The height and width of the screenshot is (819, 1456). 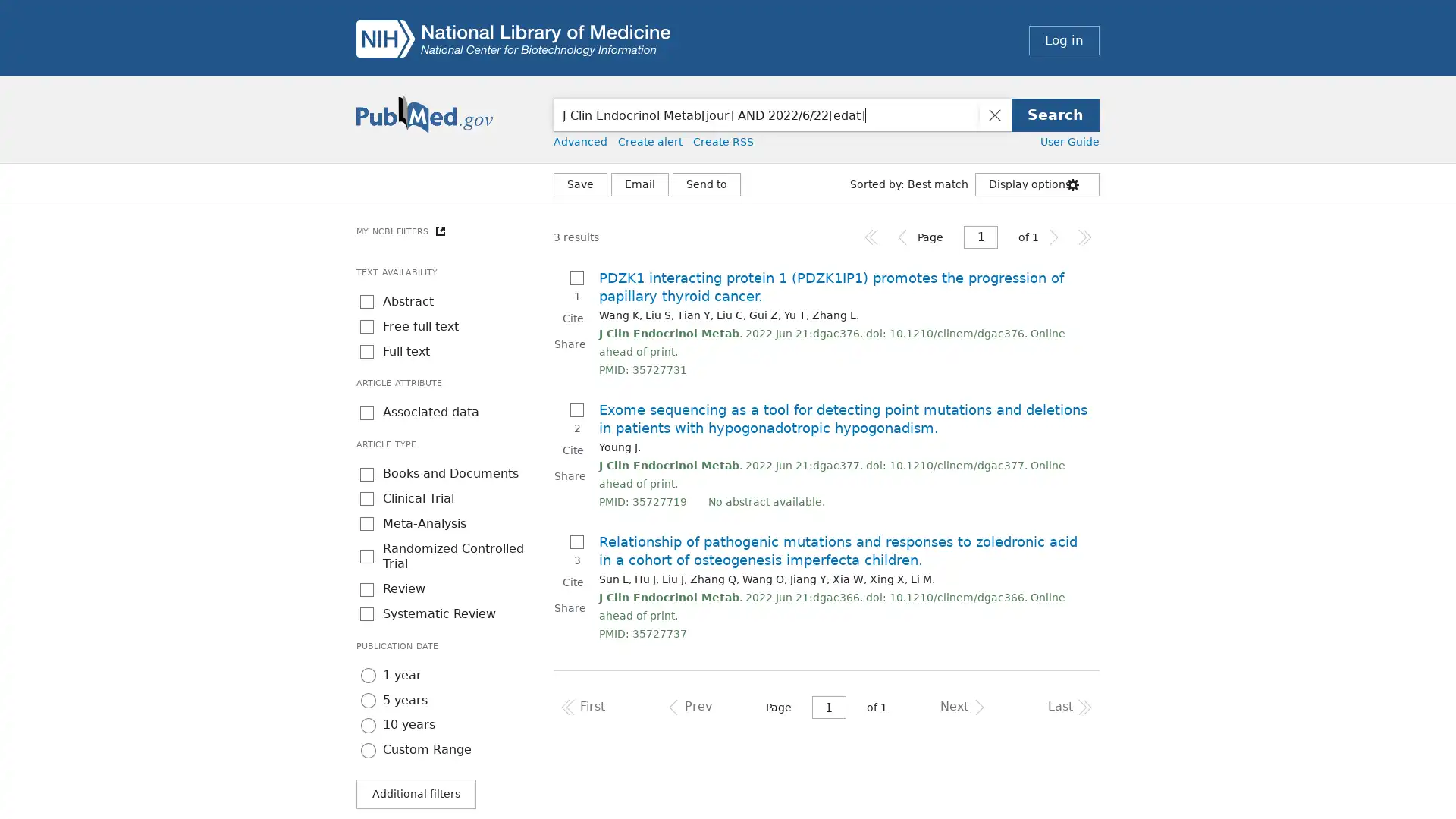 What do you see at coordinates (1055, 114) in the screenshot?
I see `Search` at bounding box center [1055, 114].